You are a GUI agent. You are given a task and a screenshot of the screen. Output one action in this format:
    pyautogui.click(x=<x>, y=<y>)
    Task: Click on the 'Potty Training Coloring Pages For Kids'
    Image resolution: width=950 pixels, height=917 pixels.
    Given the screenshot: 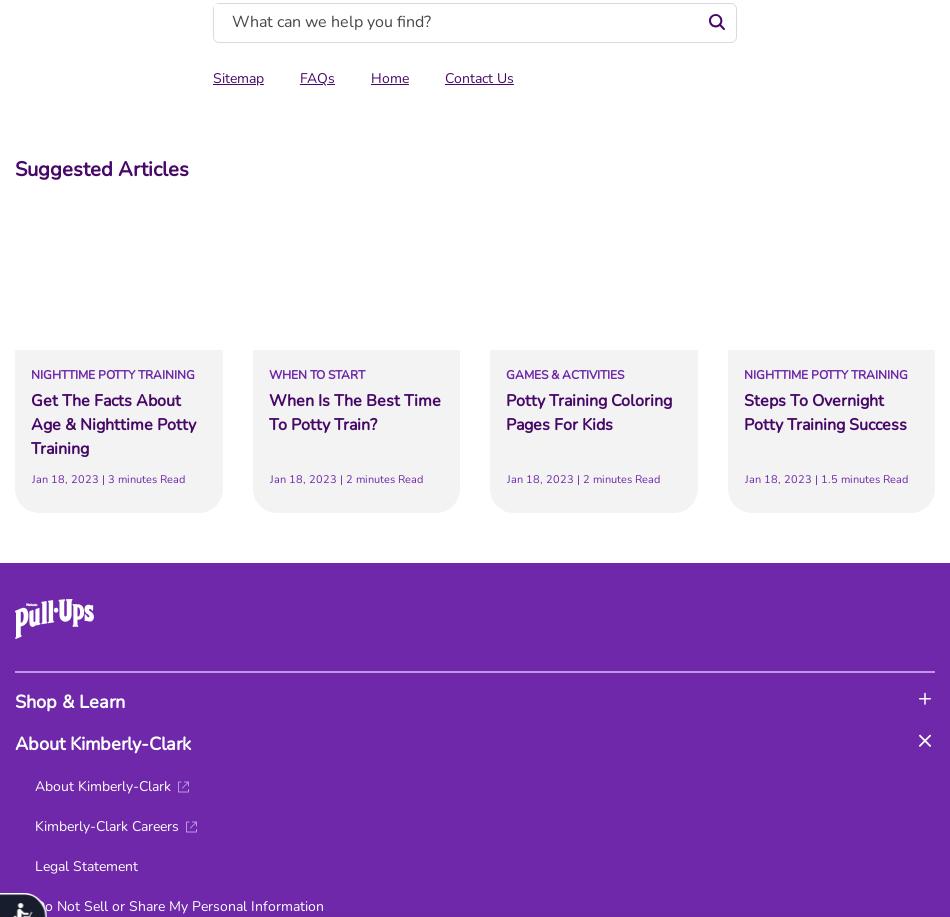 What is the action you would take?
    pyautogui.click(x=589, y=413)
    